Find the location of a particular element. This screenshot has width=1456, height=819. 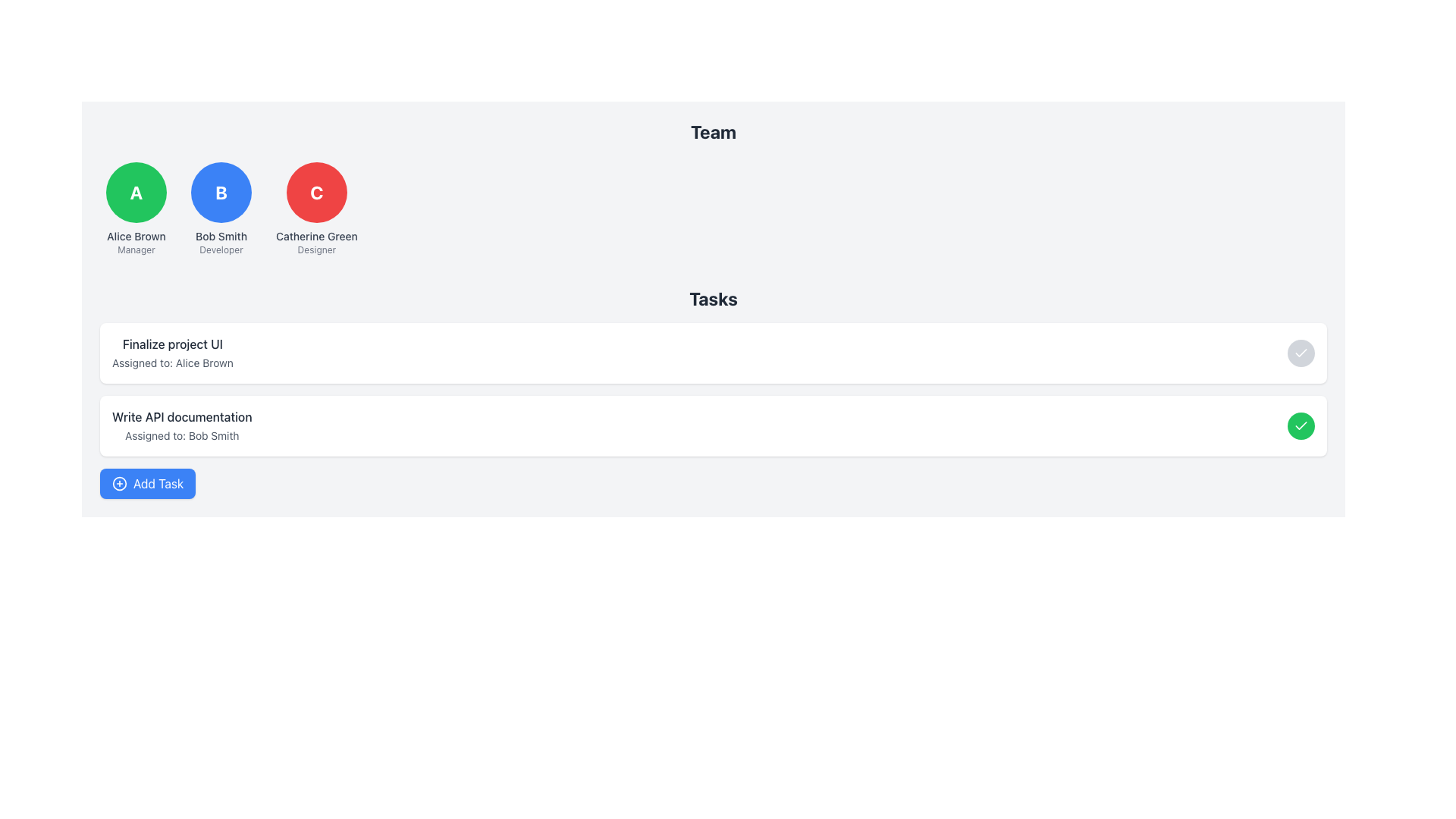

text details of the Task Descriptor titled 'Finalize project UI' assigned to 'Alice Brown' located in the 'Tasks' section is located at coordinates (172, 353).